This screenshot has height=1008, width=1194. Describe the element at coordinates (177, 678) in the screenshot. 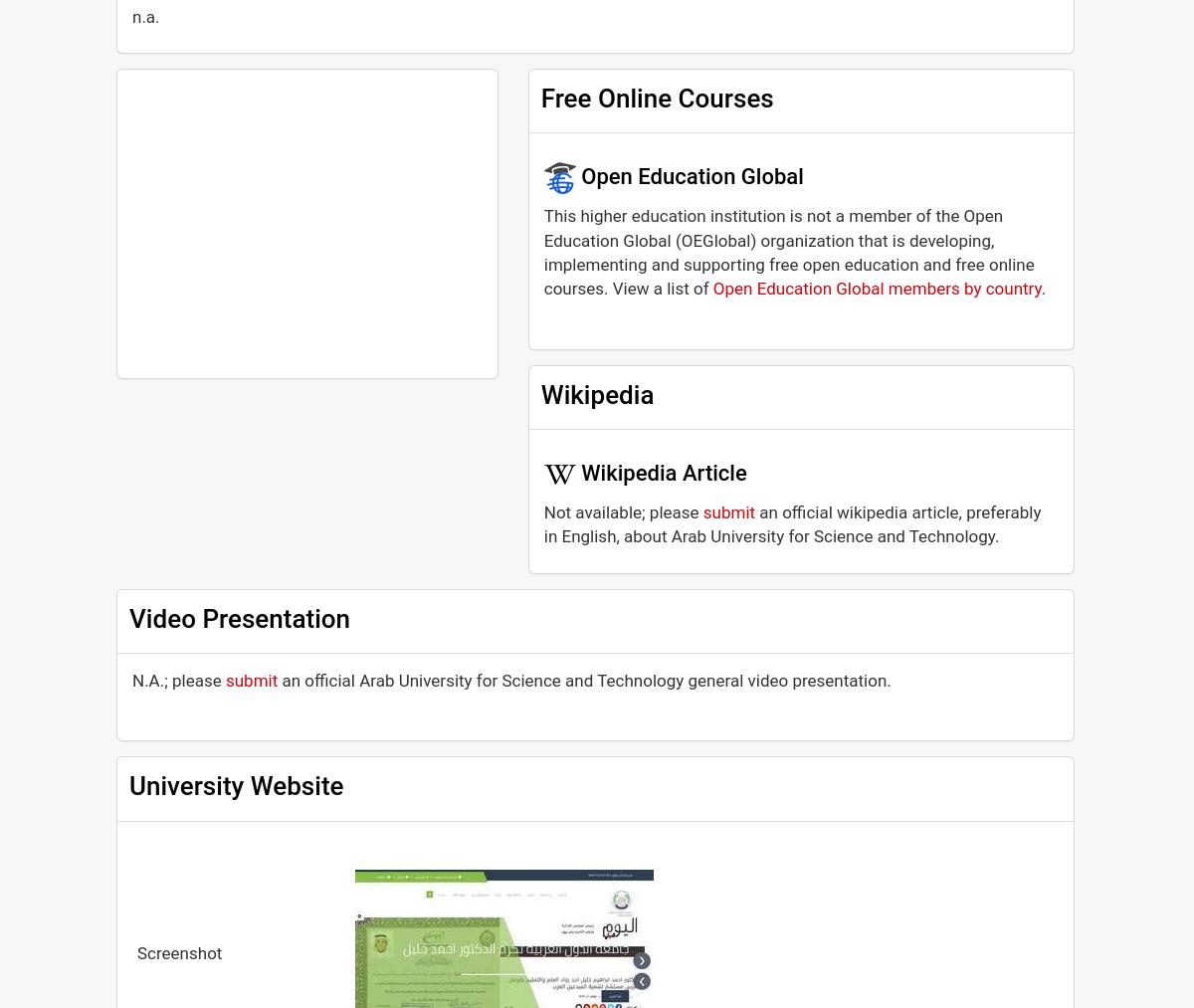

I see `'N.A.; please'` at that location.